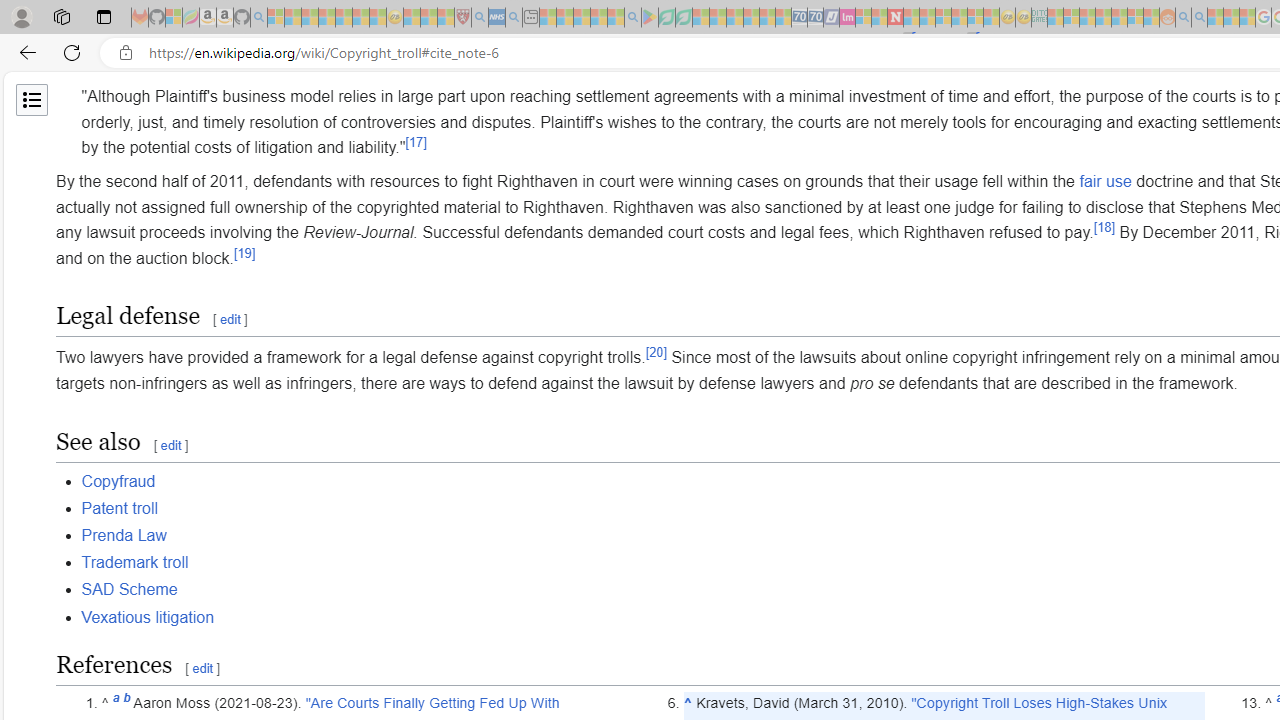  What do you see at coordinates (1070, 17) in the screenshot?
I see `'Microsoft account | Privacy - Sleeping'` at bounding box center [1070, 17].